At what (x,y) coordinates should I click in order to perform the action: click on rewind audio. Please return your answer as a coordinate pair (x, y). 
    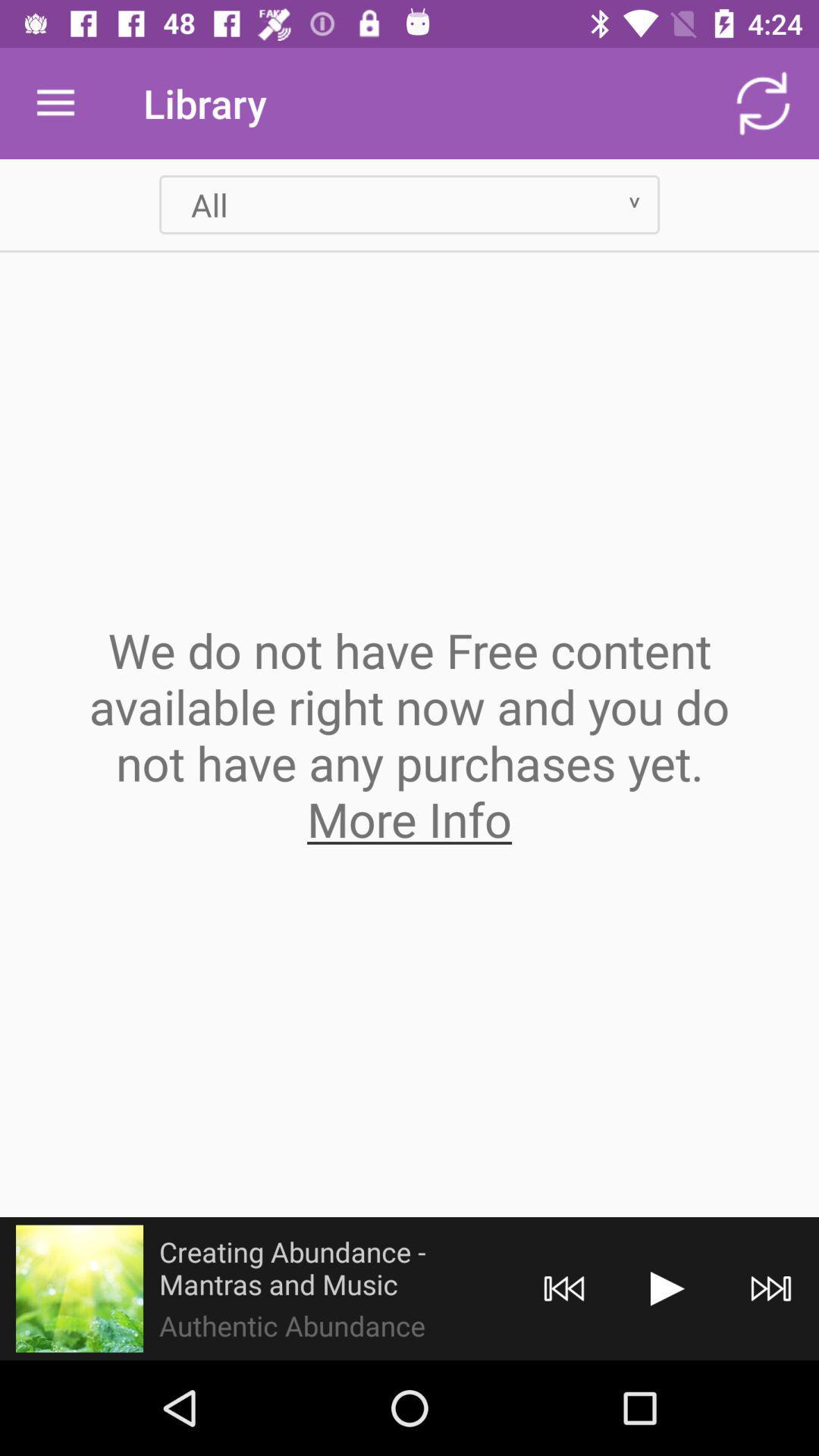
    Looking at the image, I should click on (564, 1288).